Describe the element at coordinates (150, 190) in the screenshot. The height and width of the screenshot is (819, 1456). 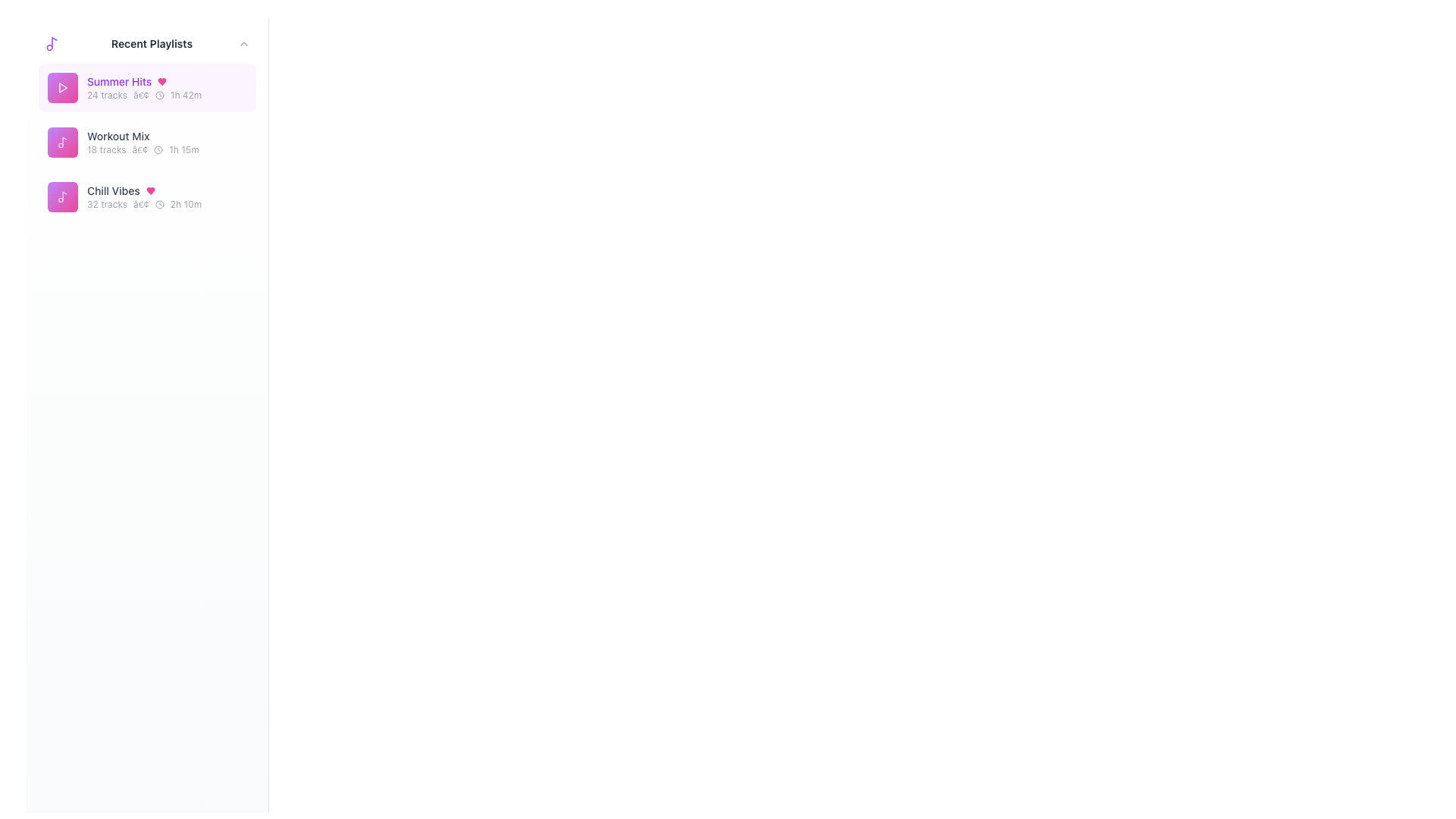
I see `the heart icon in the third position of the 'Recent Playlists' list for the 'Chill Vibes' playlist` at that location.